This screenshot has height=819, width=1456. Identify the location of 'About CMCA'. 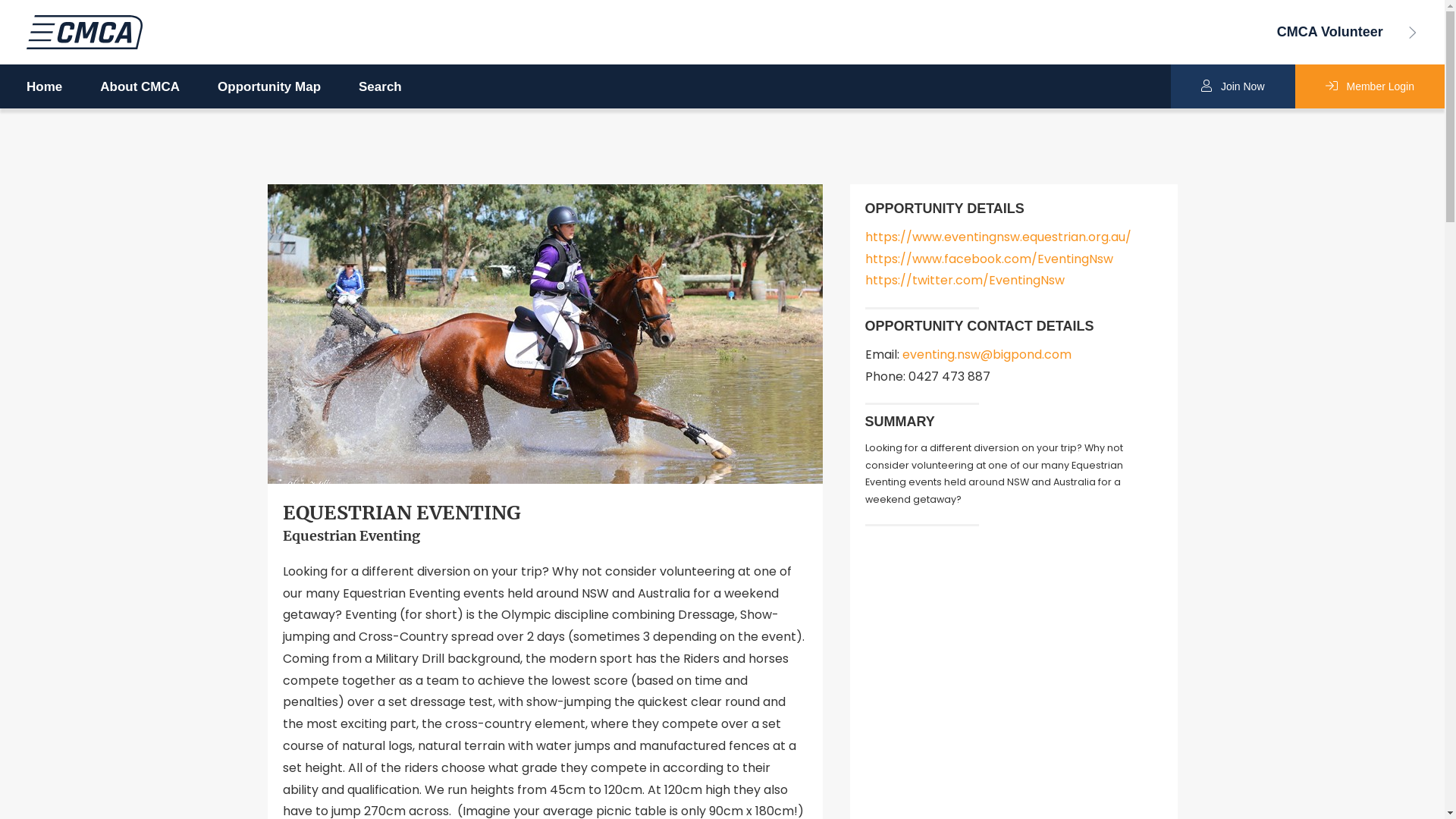
(140, 87).